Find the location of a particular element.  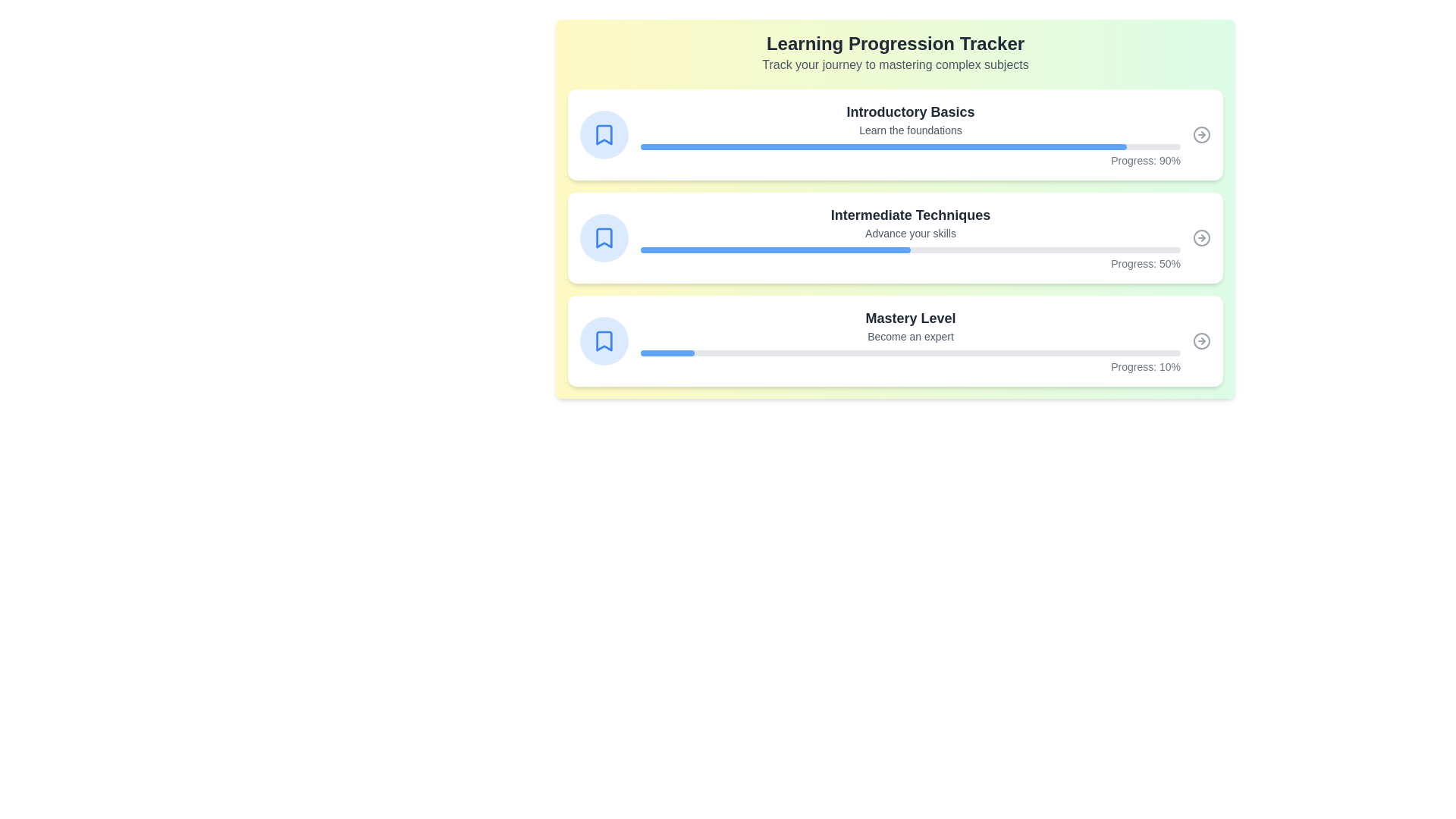

the Progress Bar element that visually represents the progress of the 'Intermediate Techniques' section, indicating 50% completion is located at coordinates (910, 249).